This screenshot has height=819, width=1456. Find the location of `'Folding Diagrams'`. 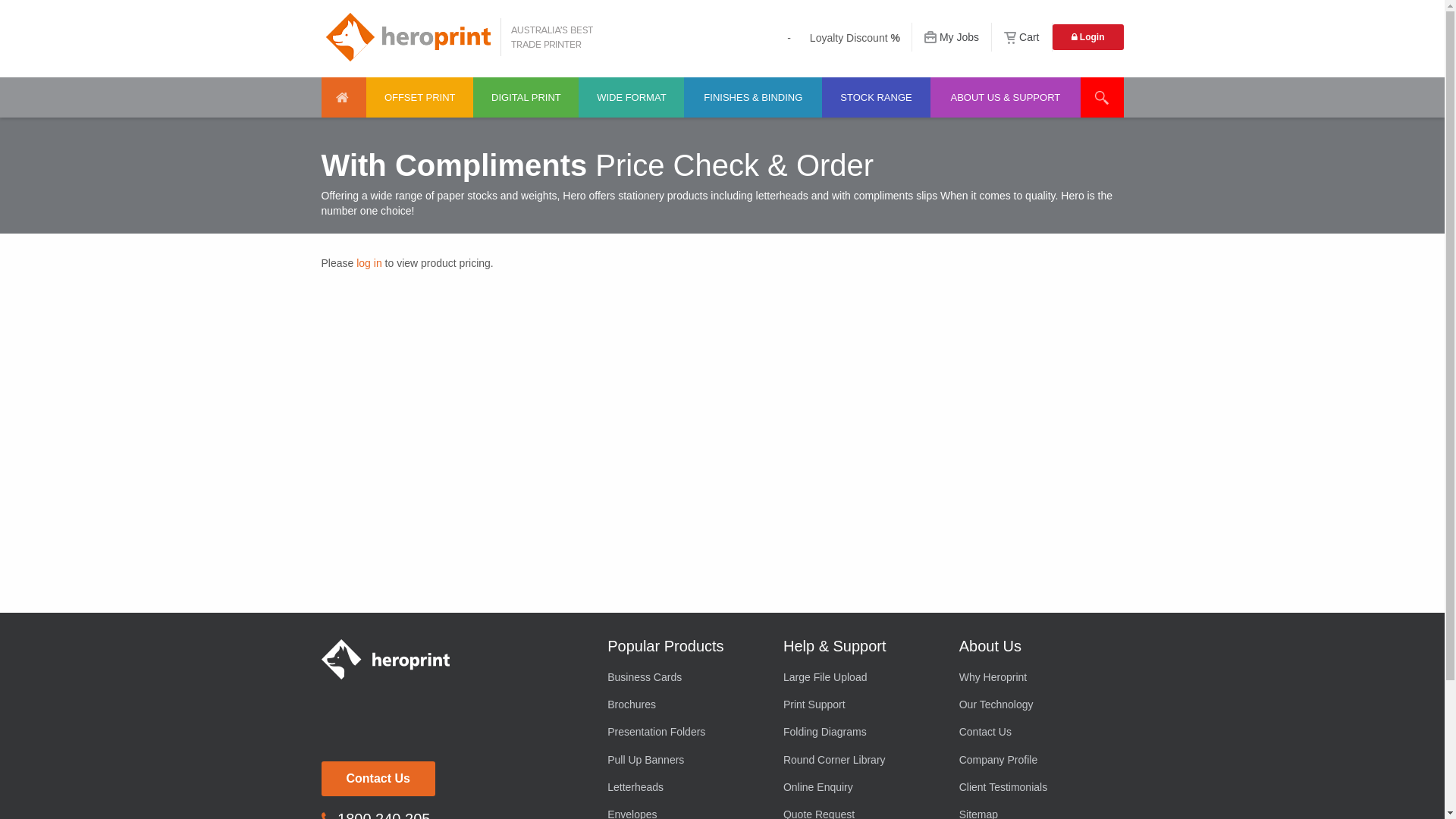

'Folding Diagrams' is located at coordinates (859, 730).